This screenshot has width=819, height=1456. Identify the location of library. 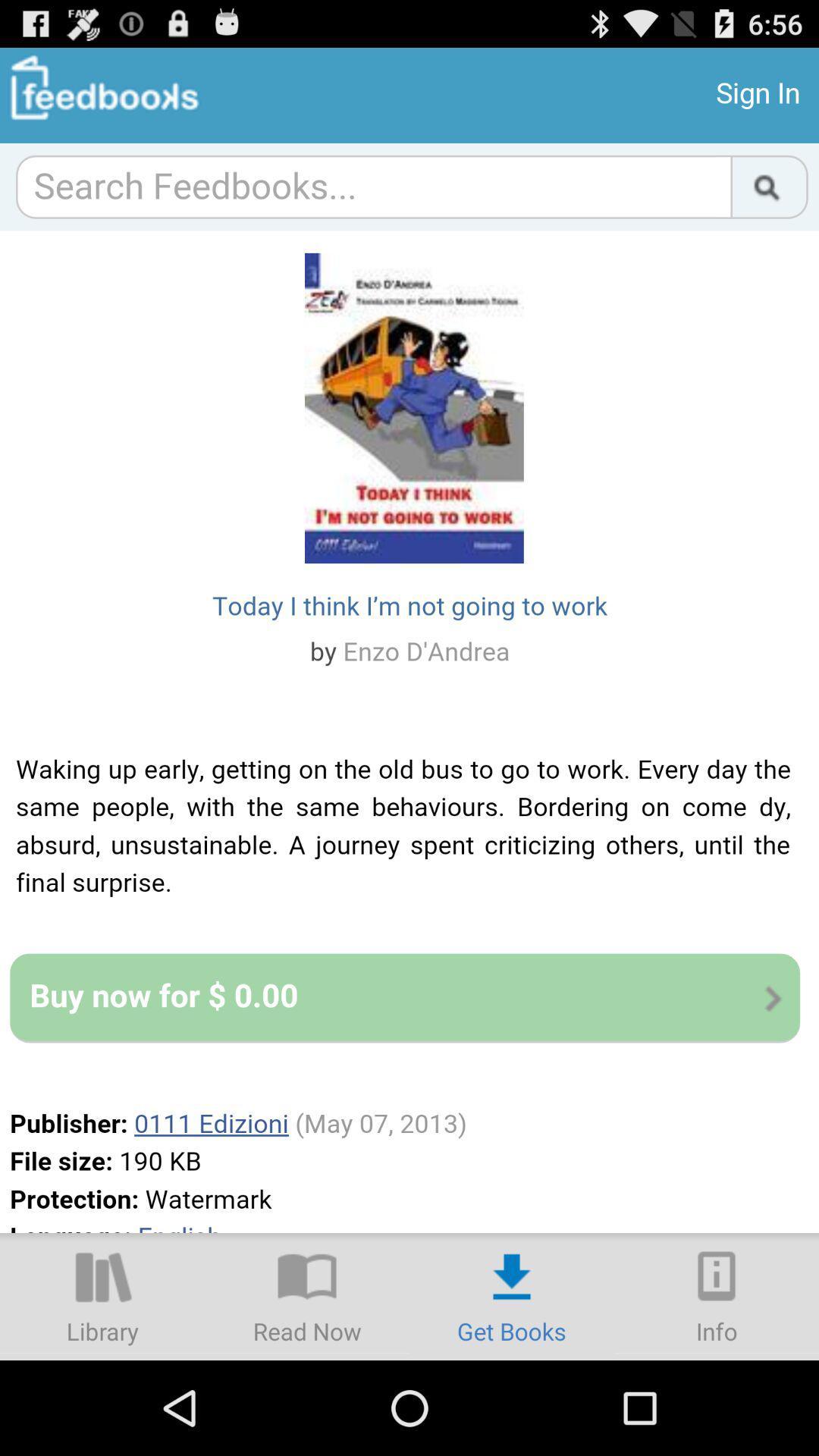
(102, 1295).